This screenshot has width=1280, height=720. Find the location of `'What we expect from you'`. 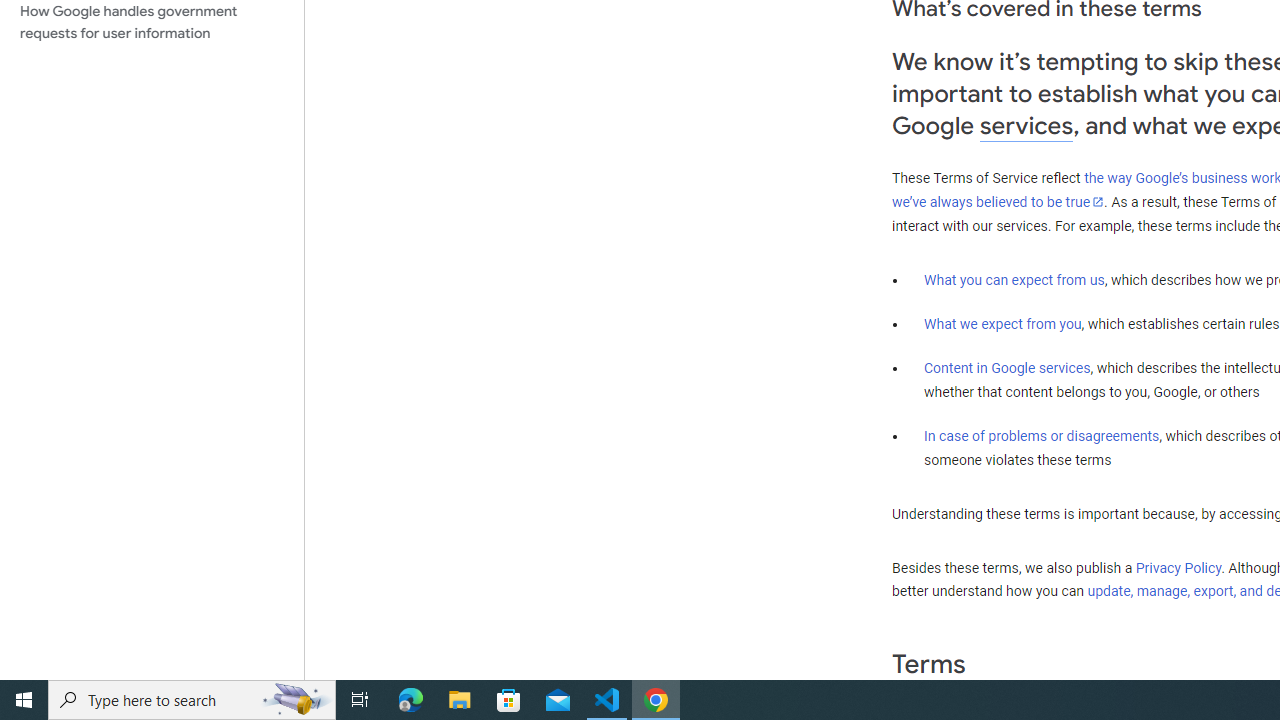

'What we expect from you' is located at coordinates (1002, 323).